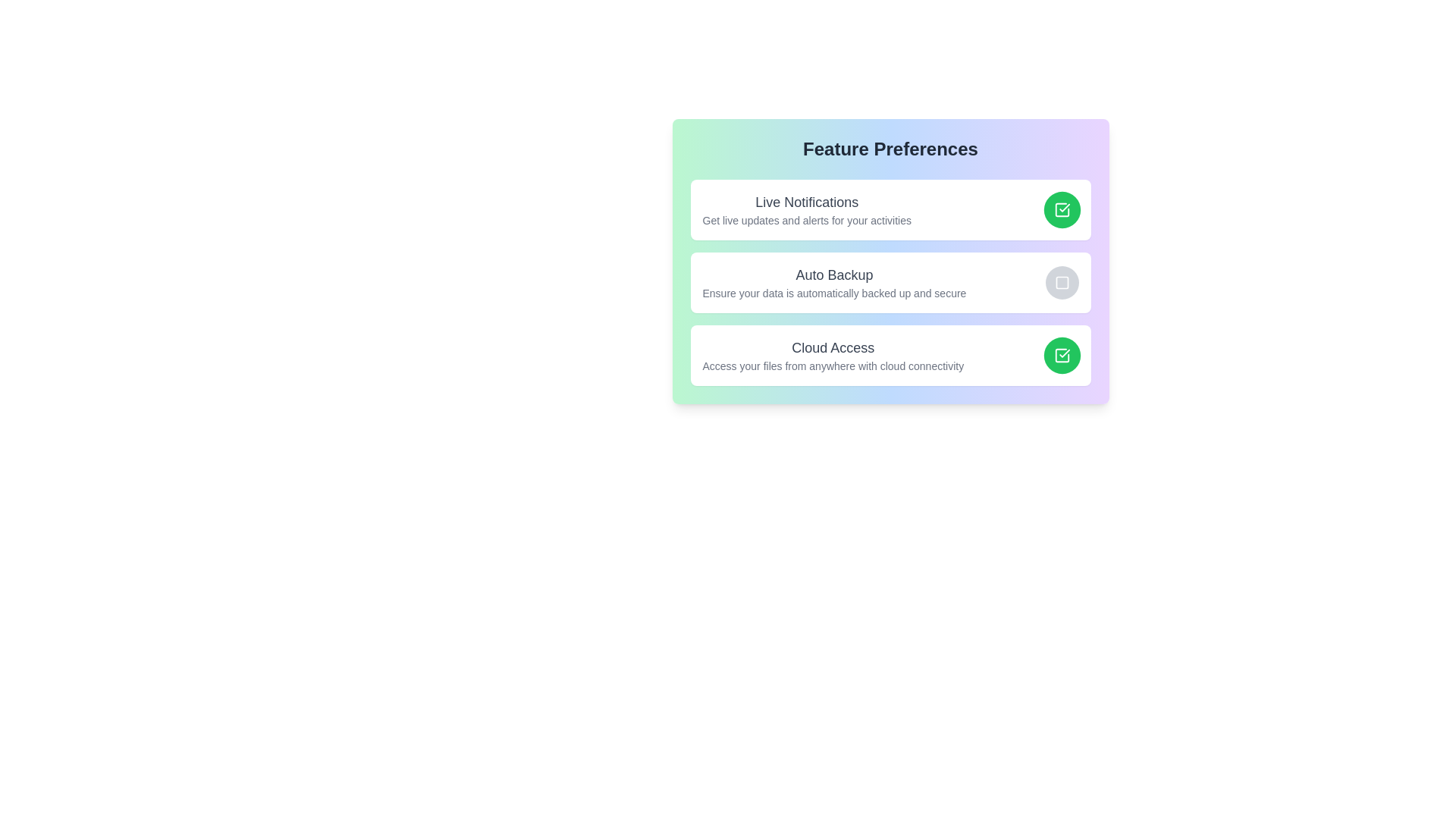  What do you see at coordinates (890, 260) in the screenshot?
I see `the button on the right side of the informational card about the auto-backup feature, which is the second item in the 'Feature Preferences' section` at bounding box center [890, 260].